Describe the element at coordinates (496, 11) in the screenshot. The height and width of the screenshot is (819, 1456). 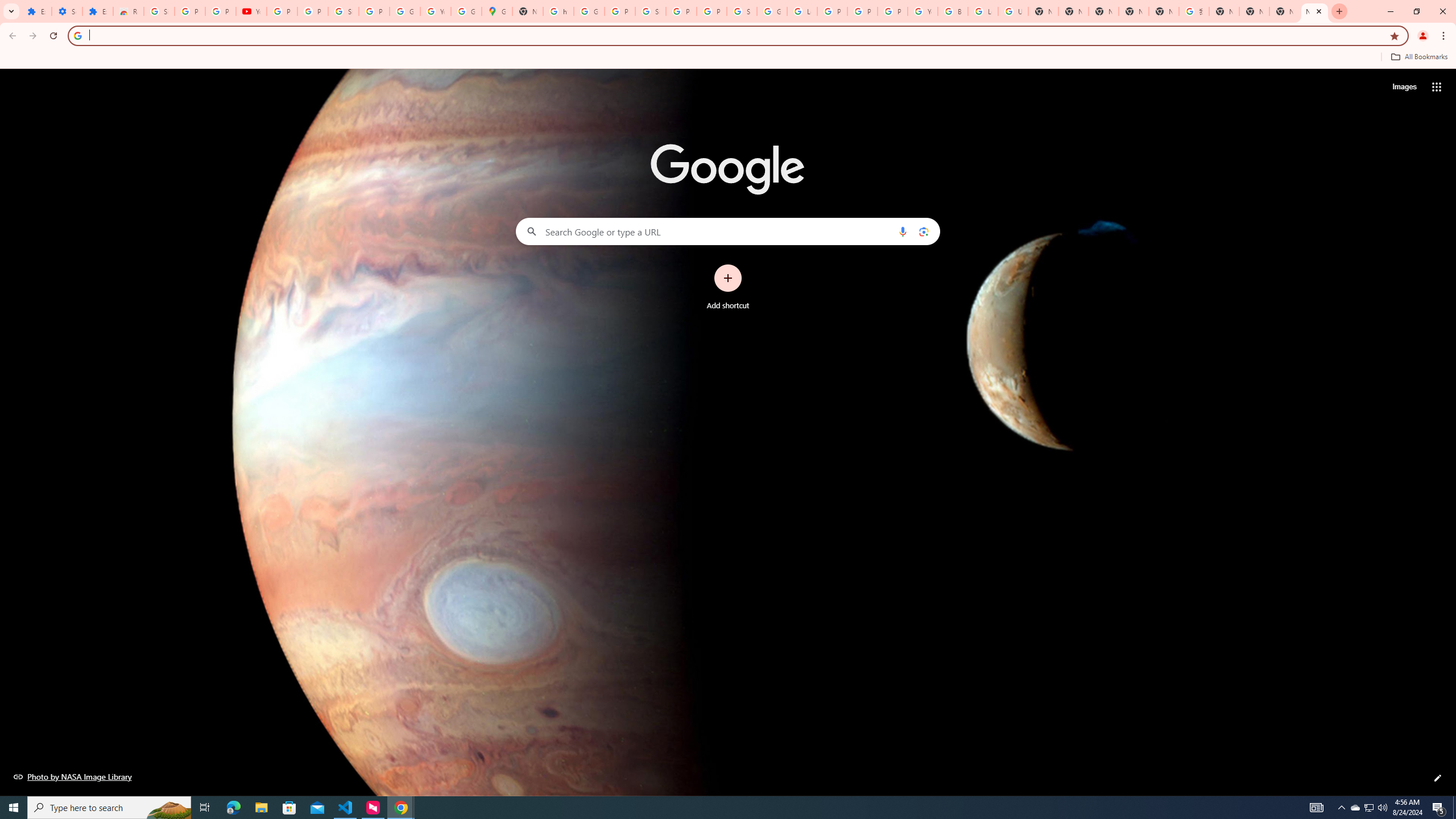
I see `'Google Maps'` at that location.